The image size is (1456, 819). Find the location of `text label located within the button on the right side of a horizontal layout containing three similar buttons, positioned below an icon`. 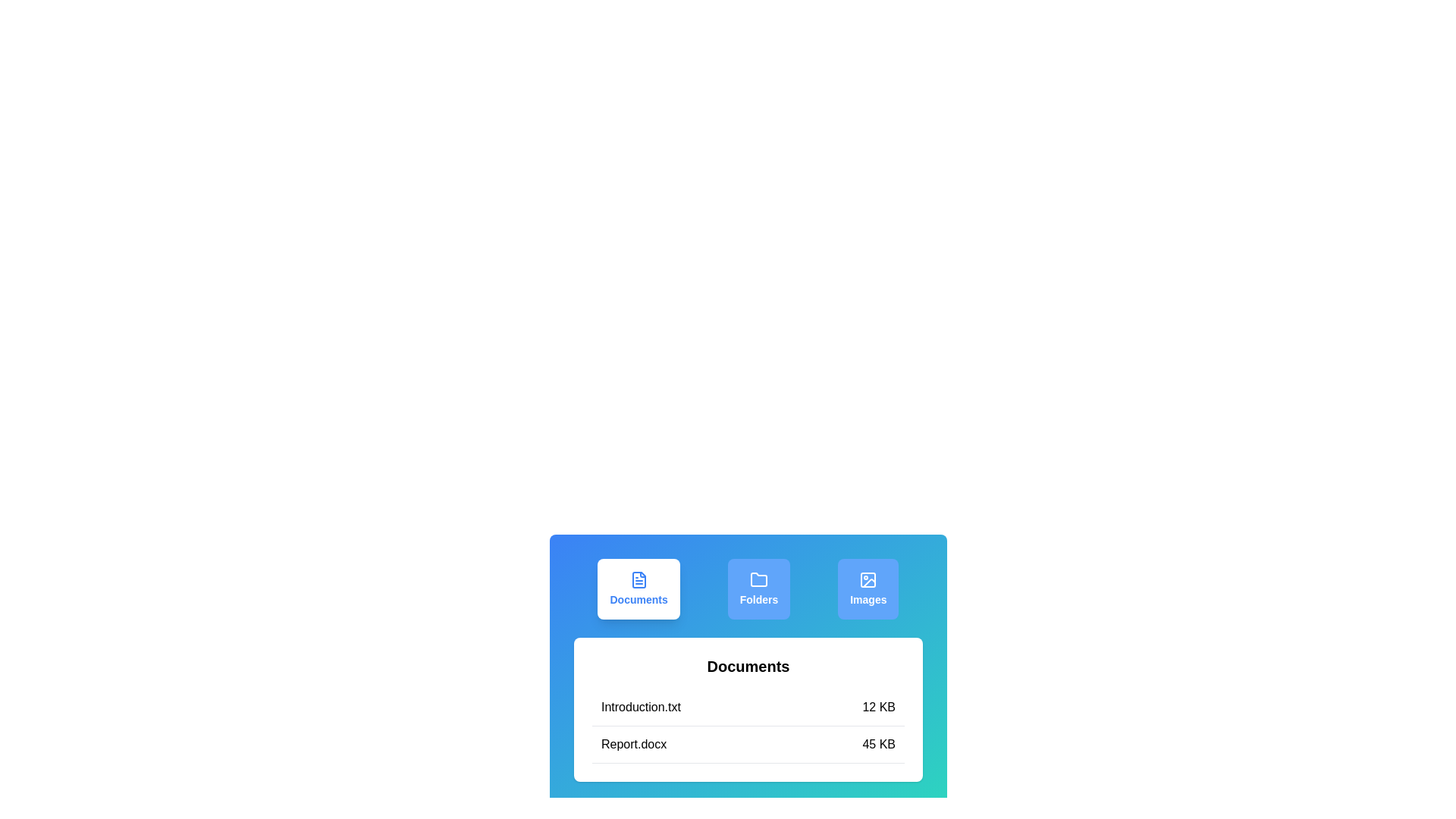

text label located within the button on the right side of a horizontal layout containing three similar buttons, positioned below an icon is located at coordinates (868, 598).